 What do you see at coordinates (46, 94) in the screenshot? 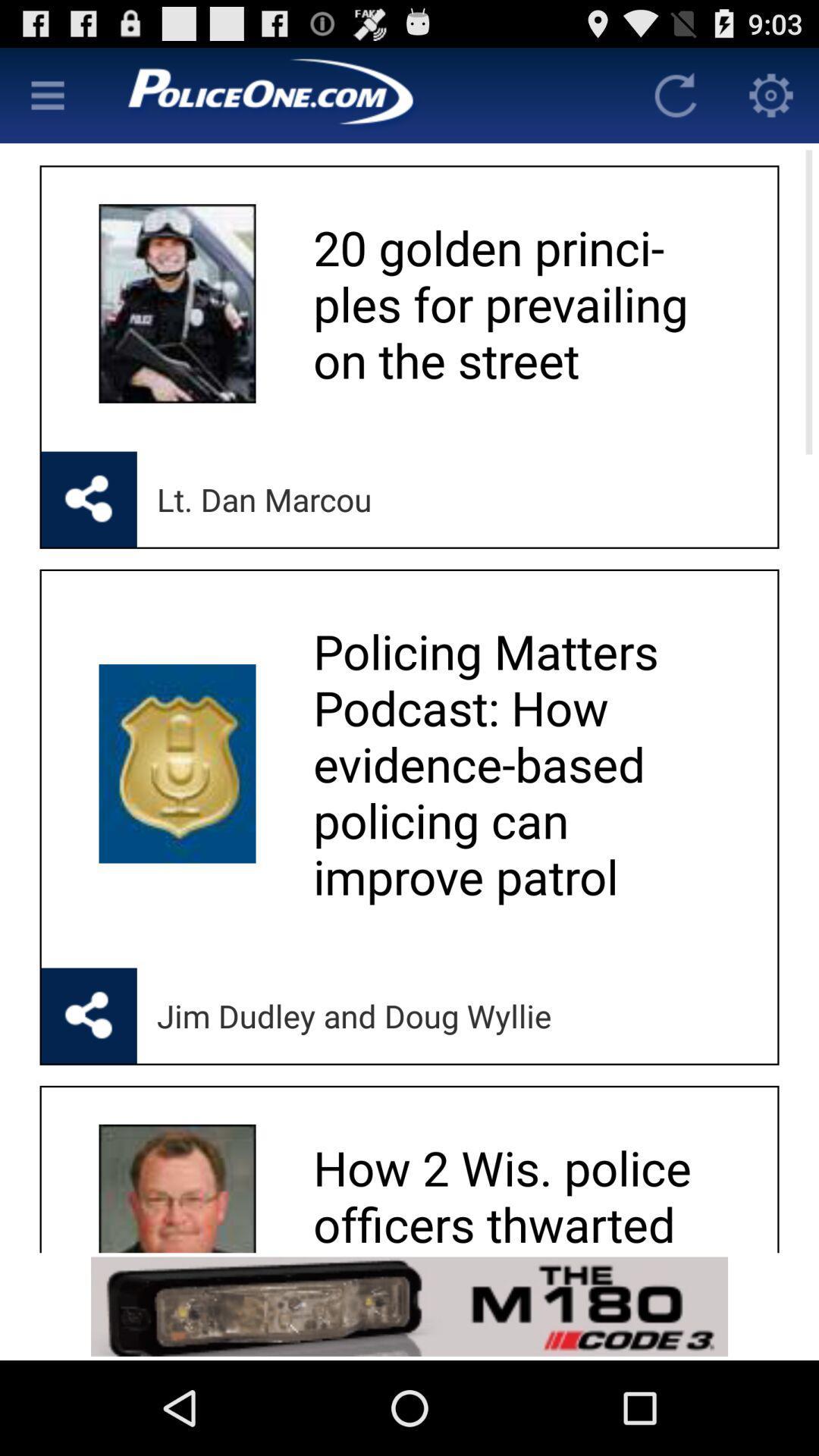
I see `menu option` at bounding box center [46, 94].